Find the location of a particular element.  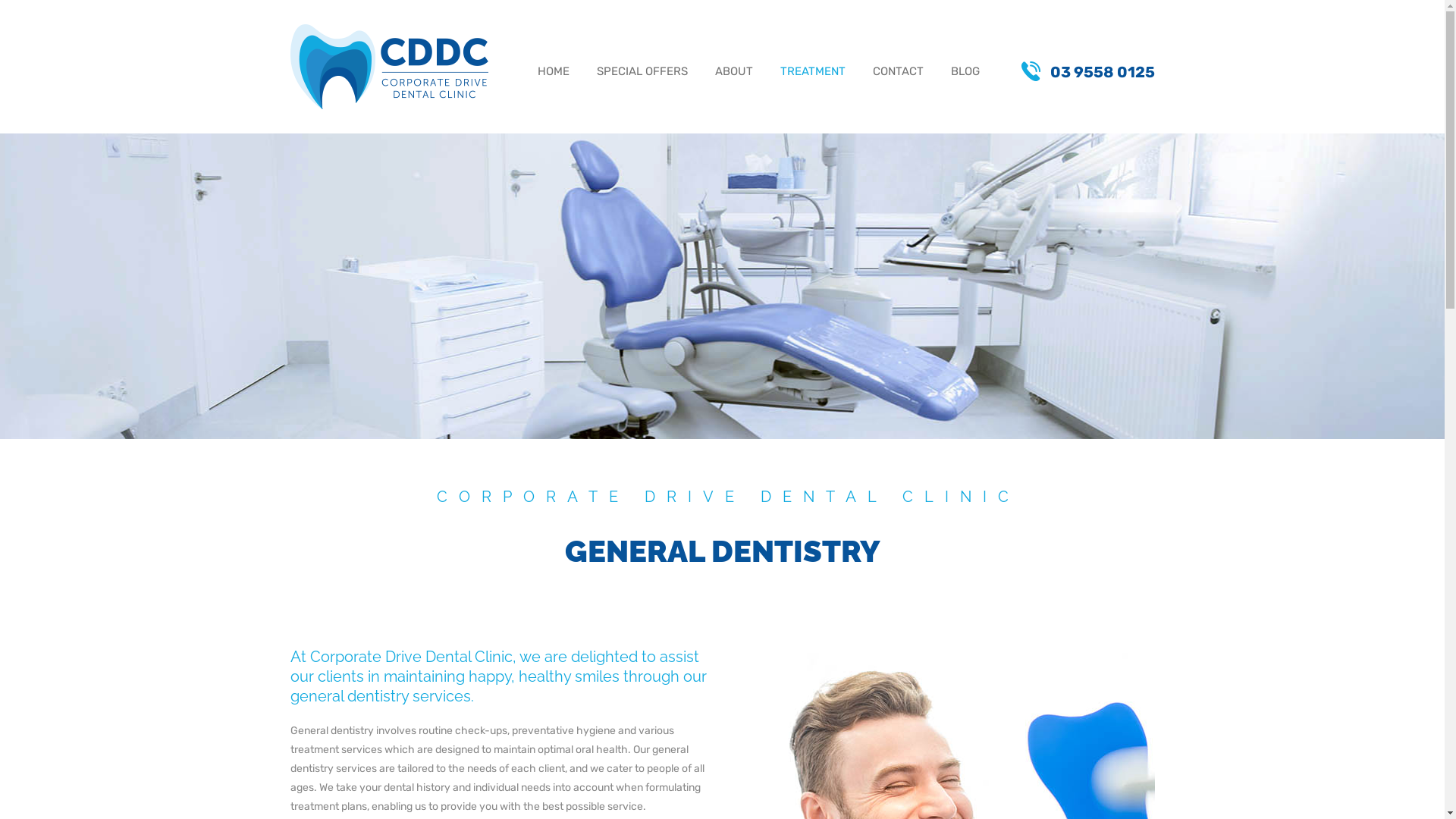

'ABOUT' is located at coordinates (733, 73).